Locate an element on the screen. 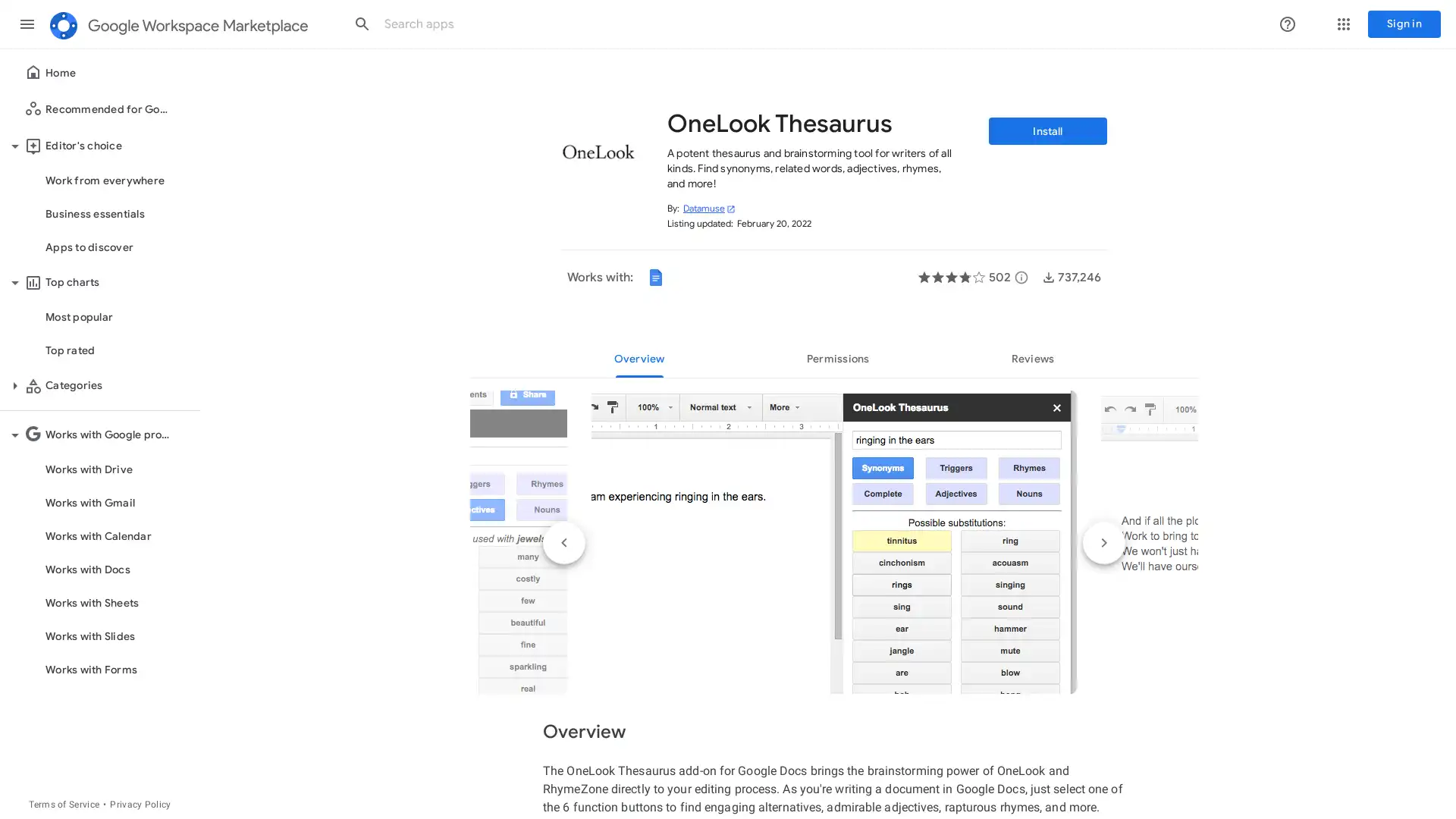 The image size is (1456, 819). More details about user reviews is located at coordinates (1021, 278).